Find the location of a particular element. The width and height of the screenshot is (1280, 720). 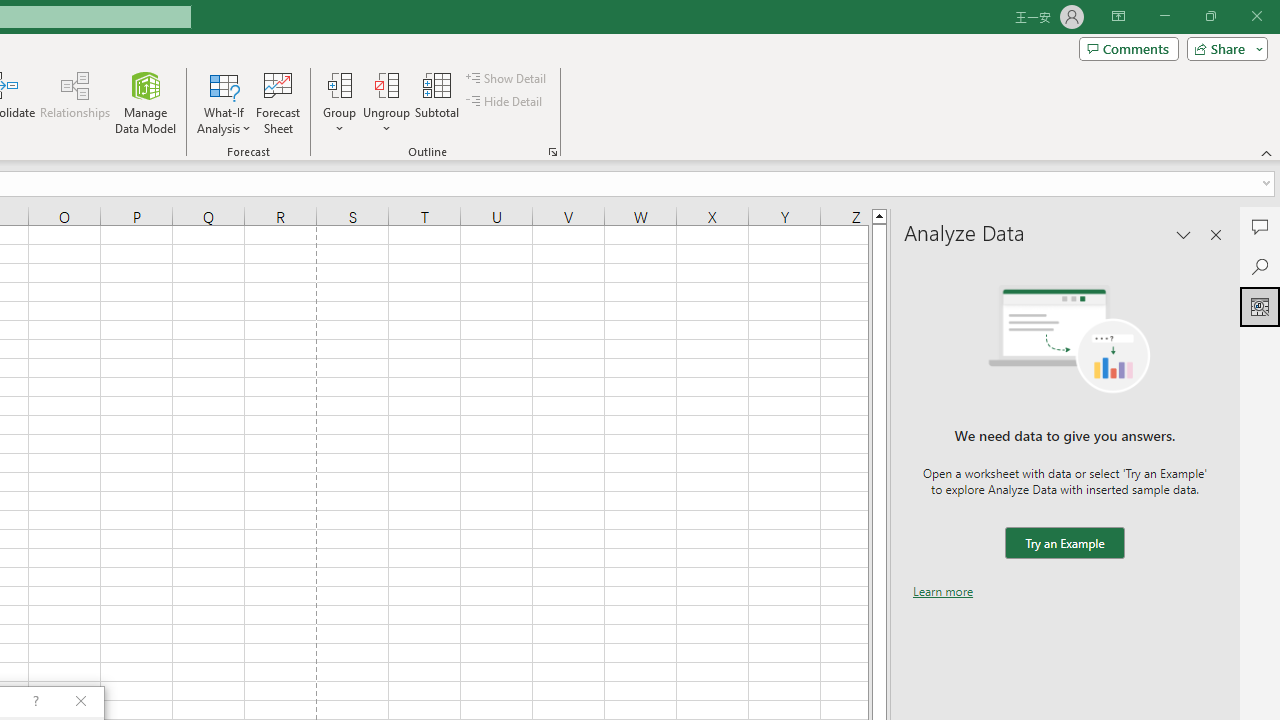

'What-If Analysis' is located at coordinates (224, 103).